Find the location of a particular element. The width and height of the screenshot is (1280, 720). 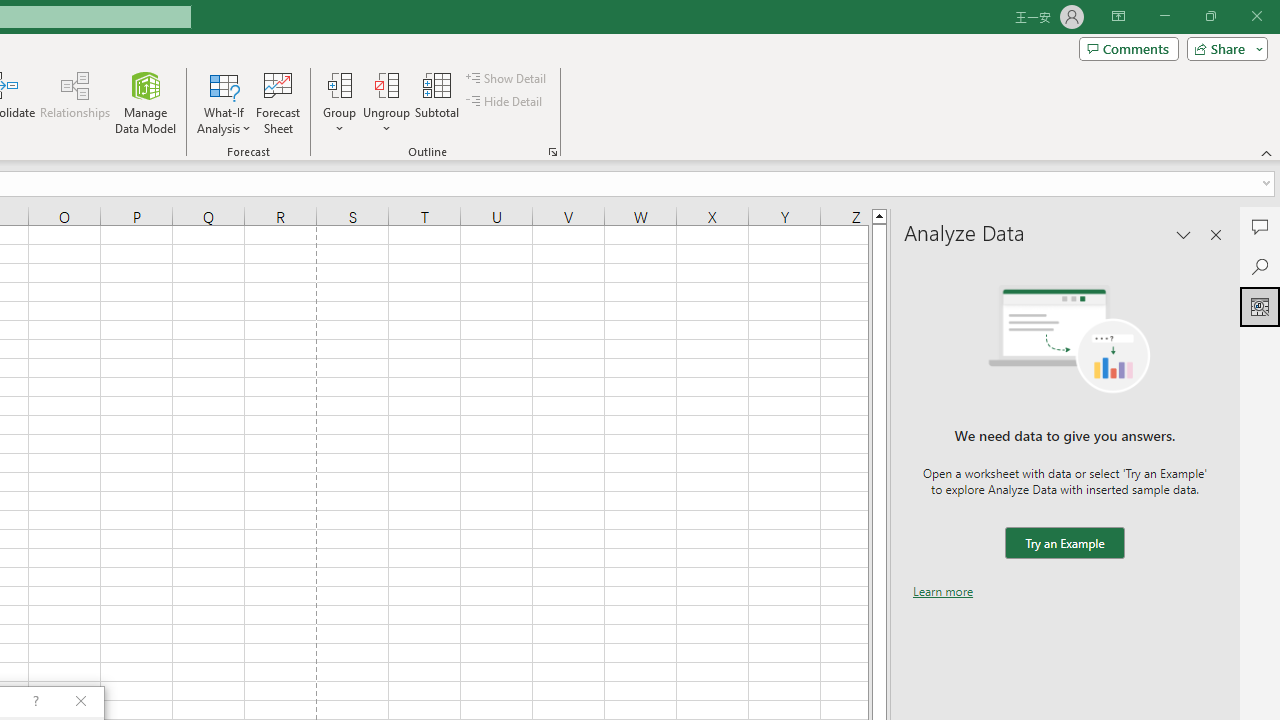

'What-If Analysis' is located at coordinates (224, 103).